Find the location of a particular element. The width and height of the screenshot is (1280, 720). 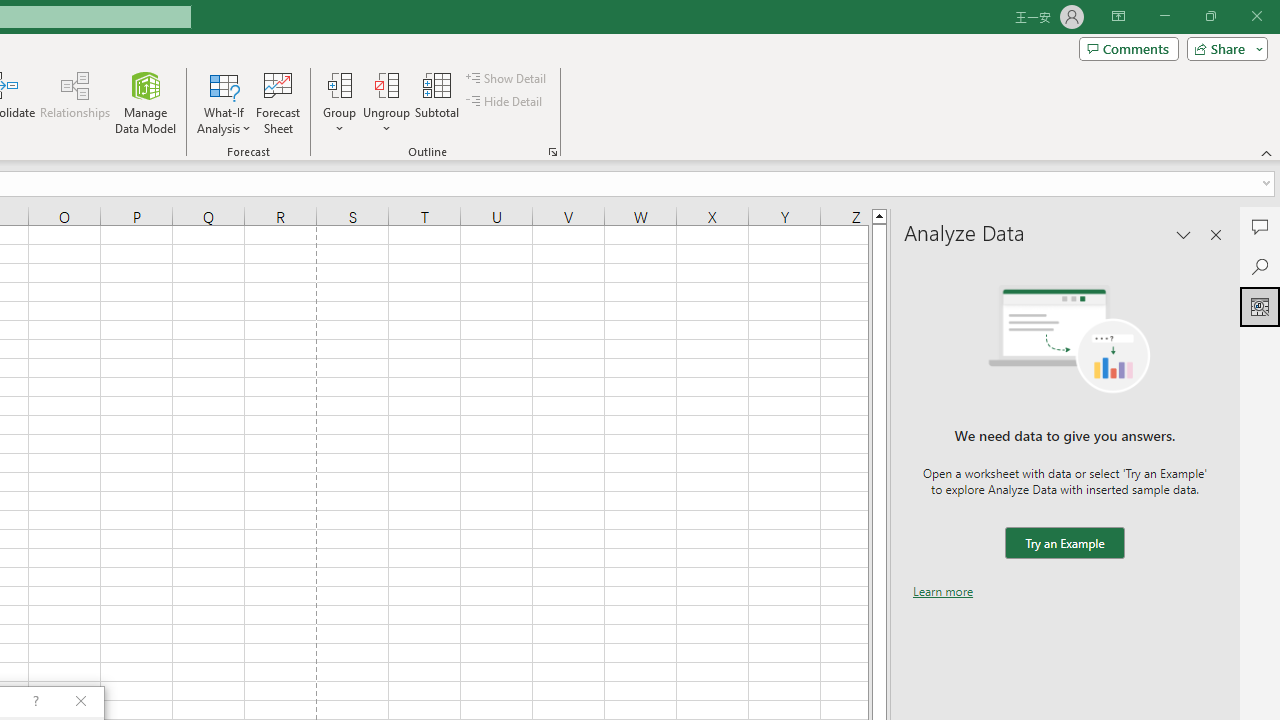

'What-If Analysis' is located at coordinates (224, 103).